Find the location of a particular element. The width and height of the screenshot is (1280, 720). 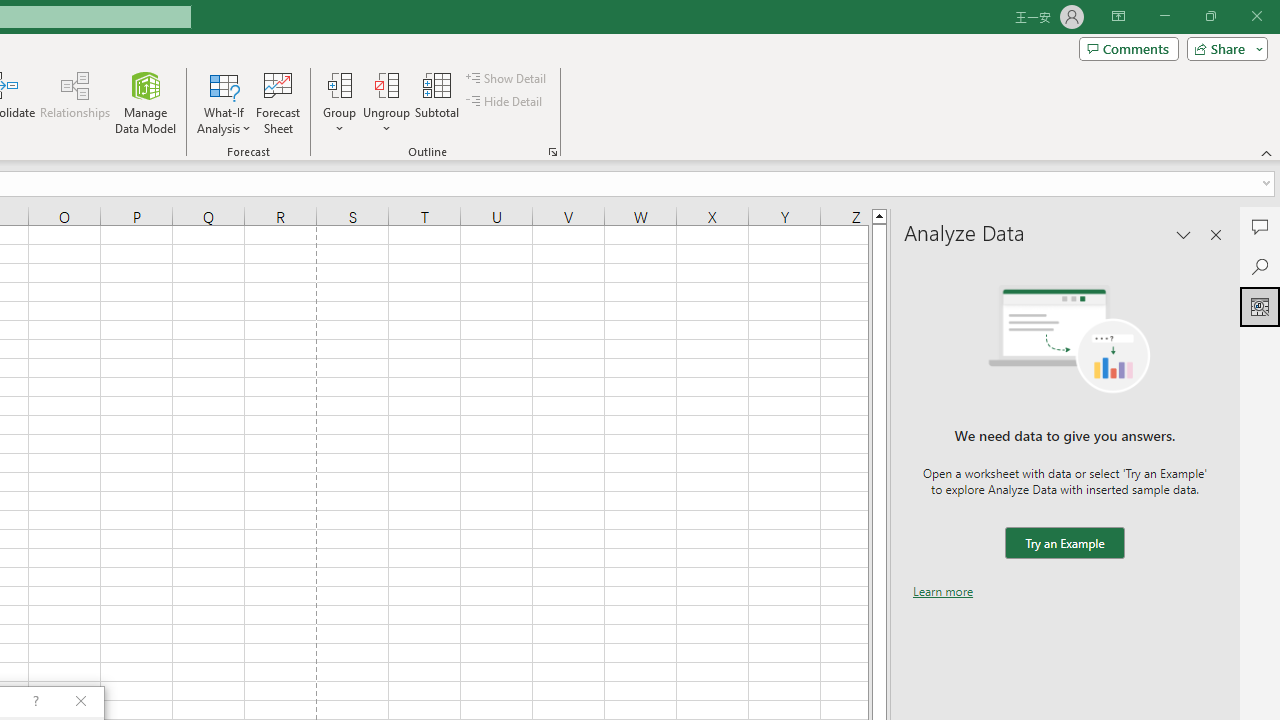

'What-If Analysis' is located at coordinates (224, 103).